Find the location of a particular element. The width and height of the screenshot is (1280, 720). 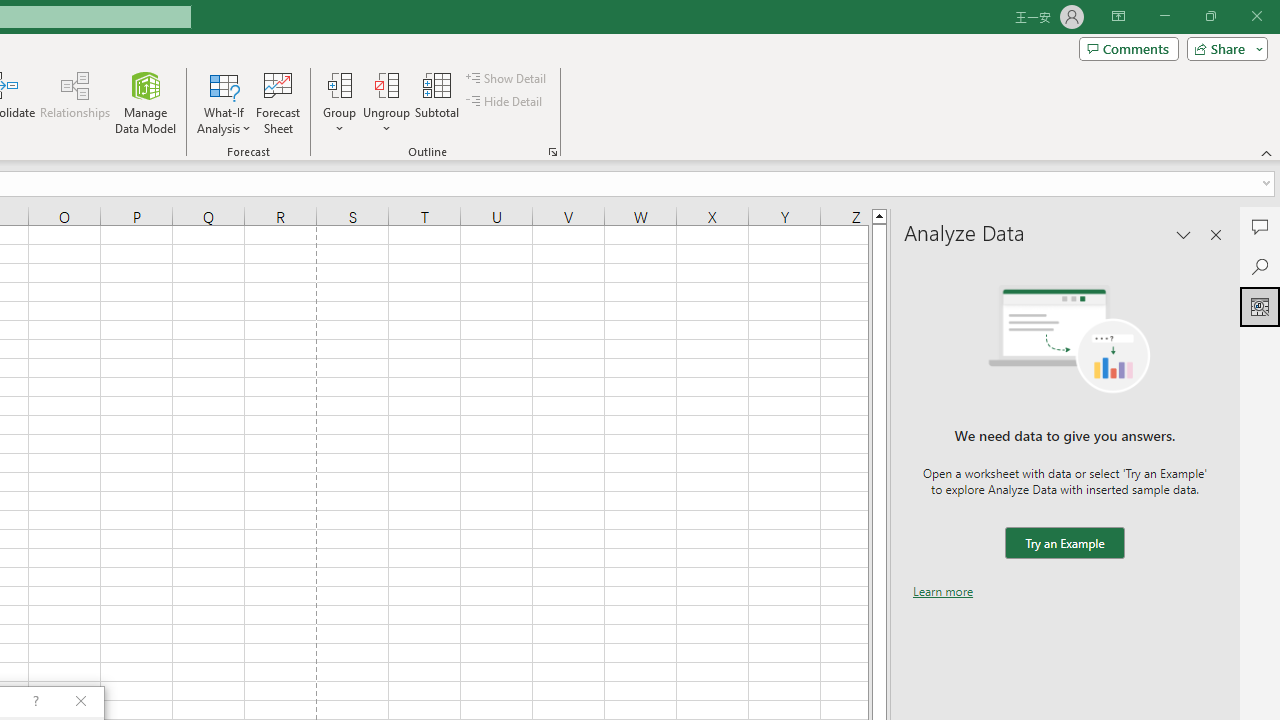

'What-If Analysis' is located at coordinates (224, 103).